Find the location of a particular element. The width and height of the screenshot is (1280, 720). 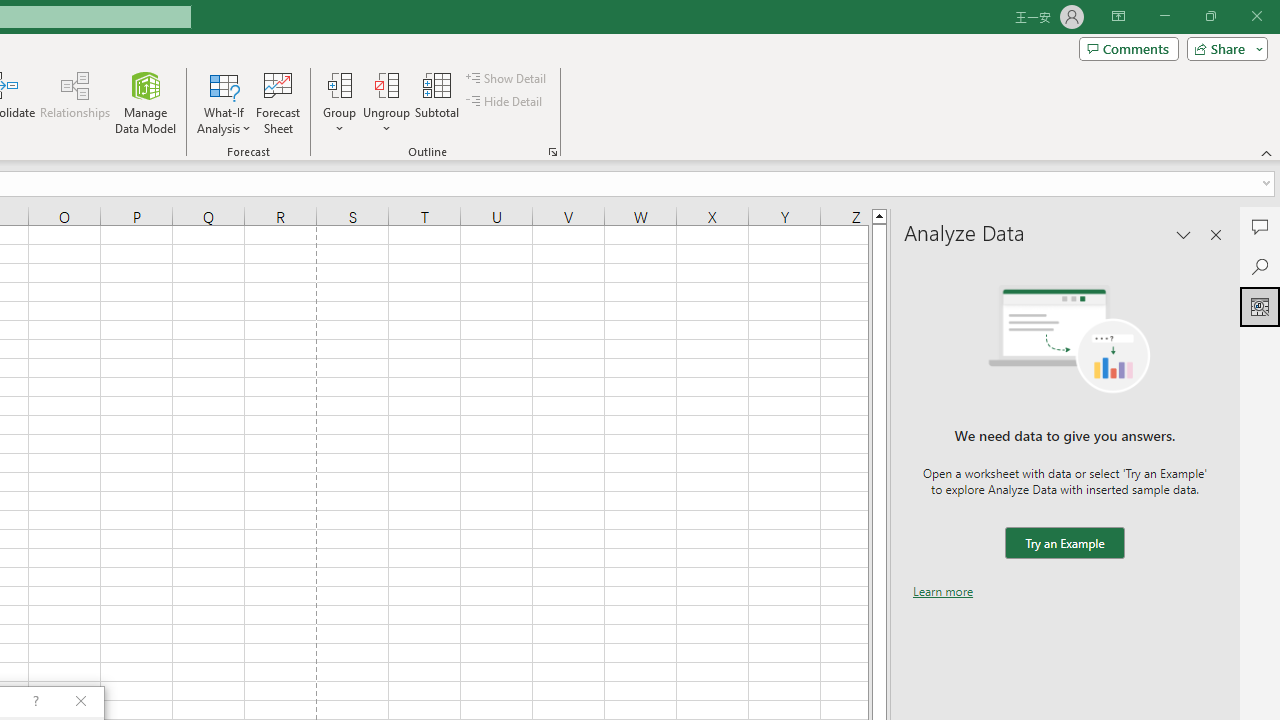

'What-If Analysis' is located at coordinates (224, 103).